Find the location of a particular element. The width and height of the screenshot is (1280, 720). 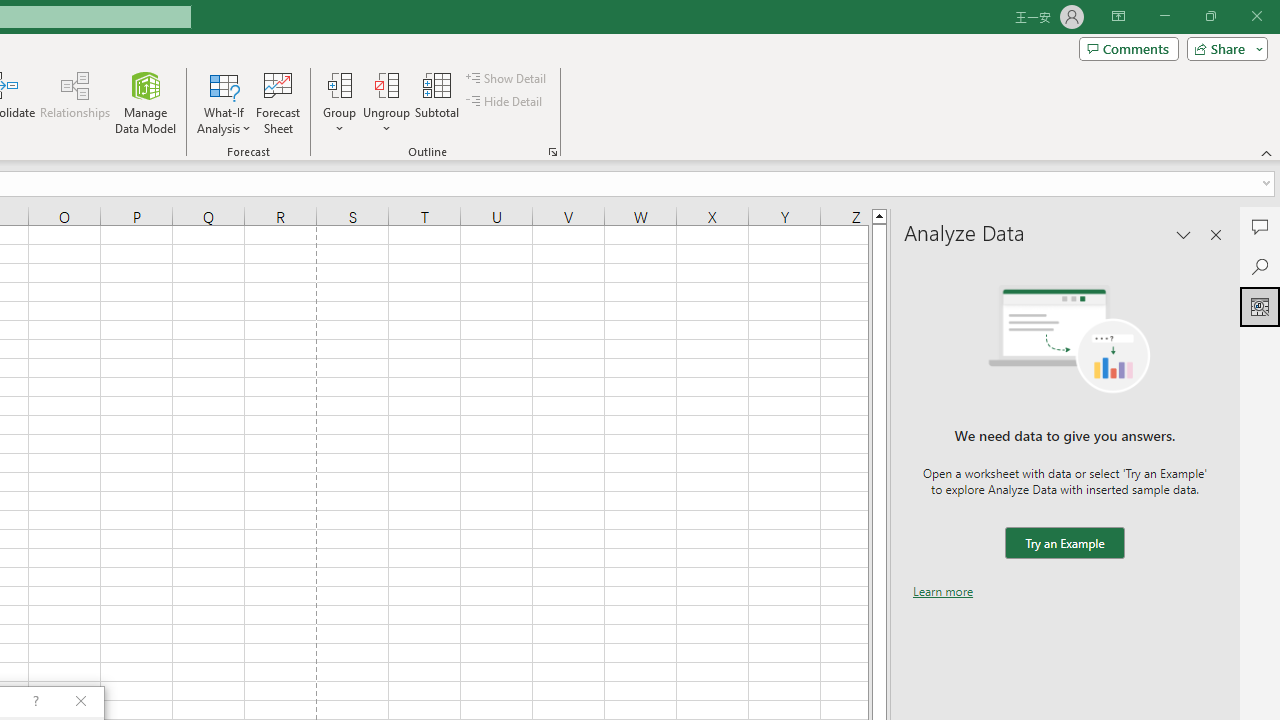

'What-If Analysis' is located at coordinates (224, 103).